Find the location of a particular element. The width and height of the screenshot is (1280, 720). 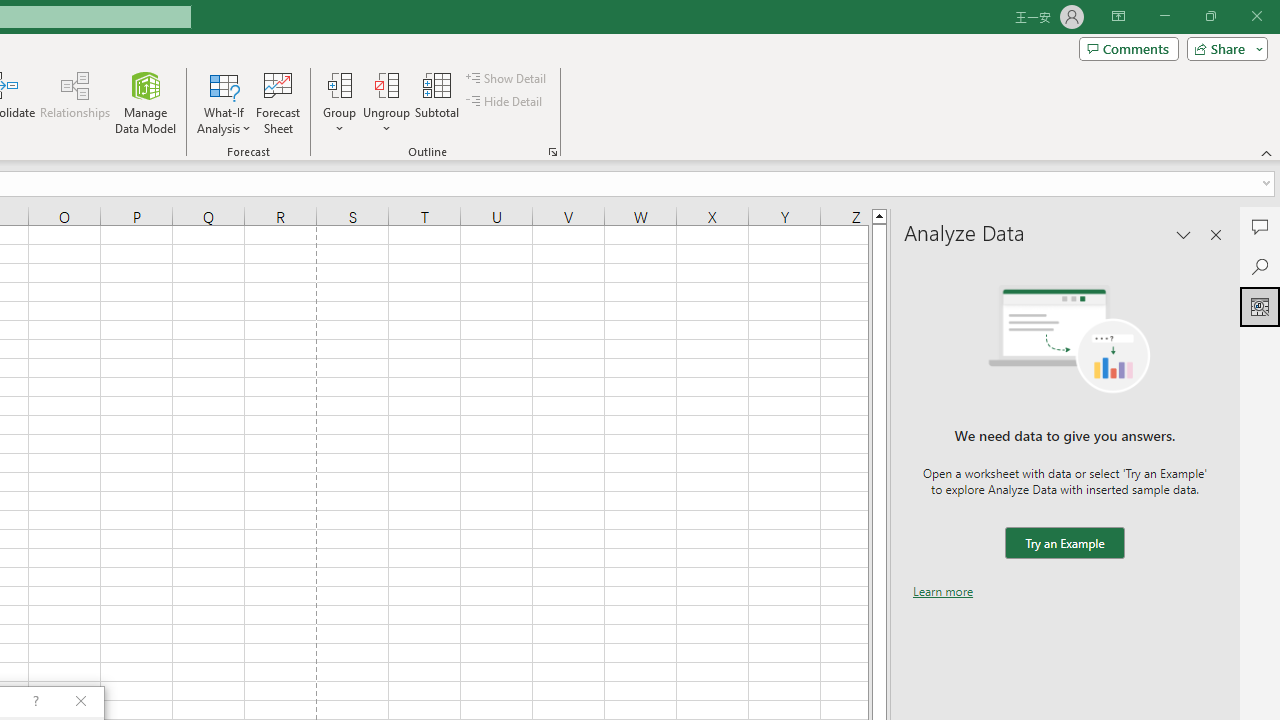

'What-If Analysis' is located at coordinates (224, 103).